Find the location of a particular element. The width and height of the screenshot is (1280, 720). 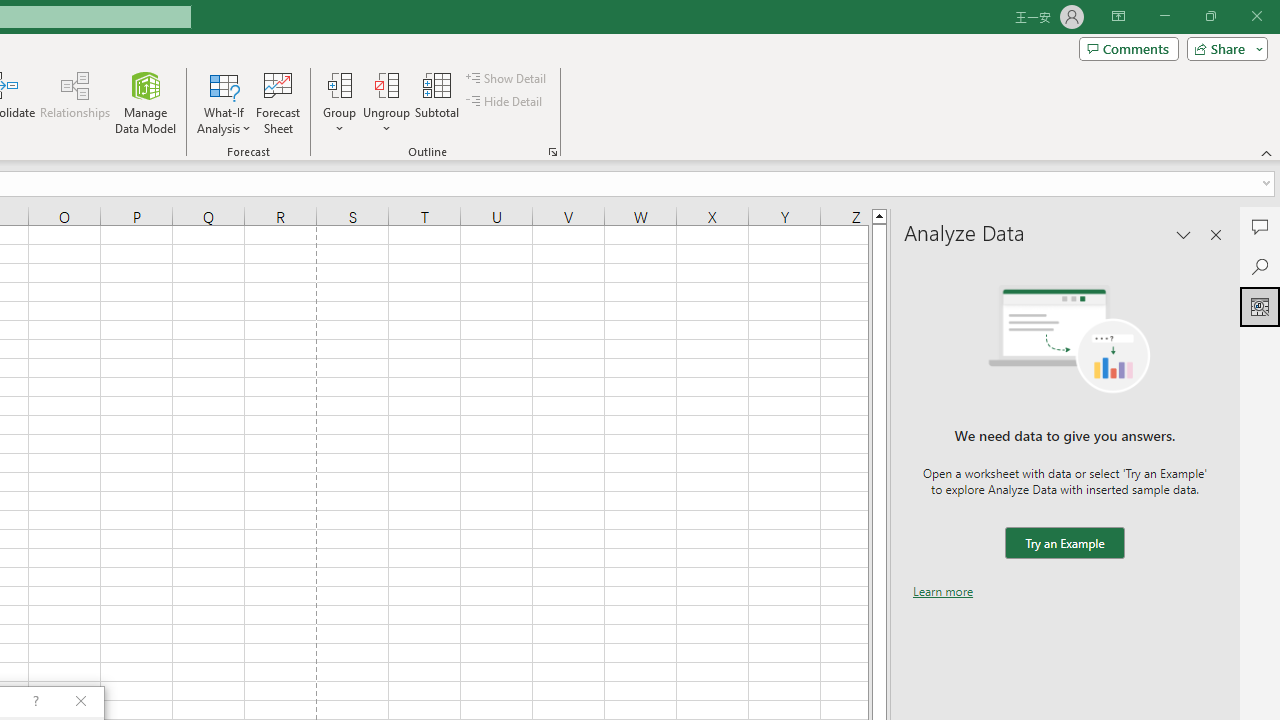

'What-If Analysis' is located at coordinates (224, 103).